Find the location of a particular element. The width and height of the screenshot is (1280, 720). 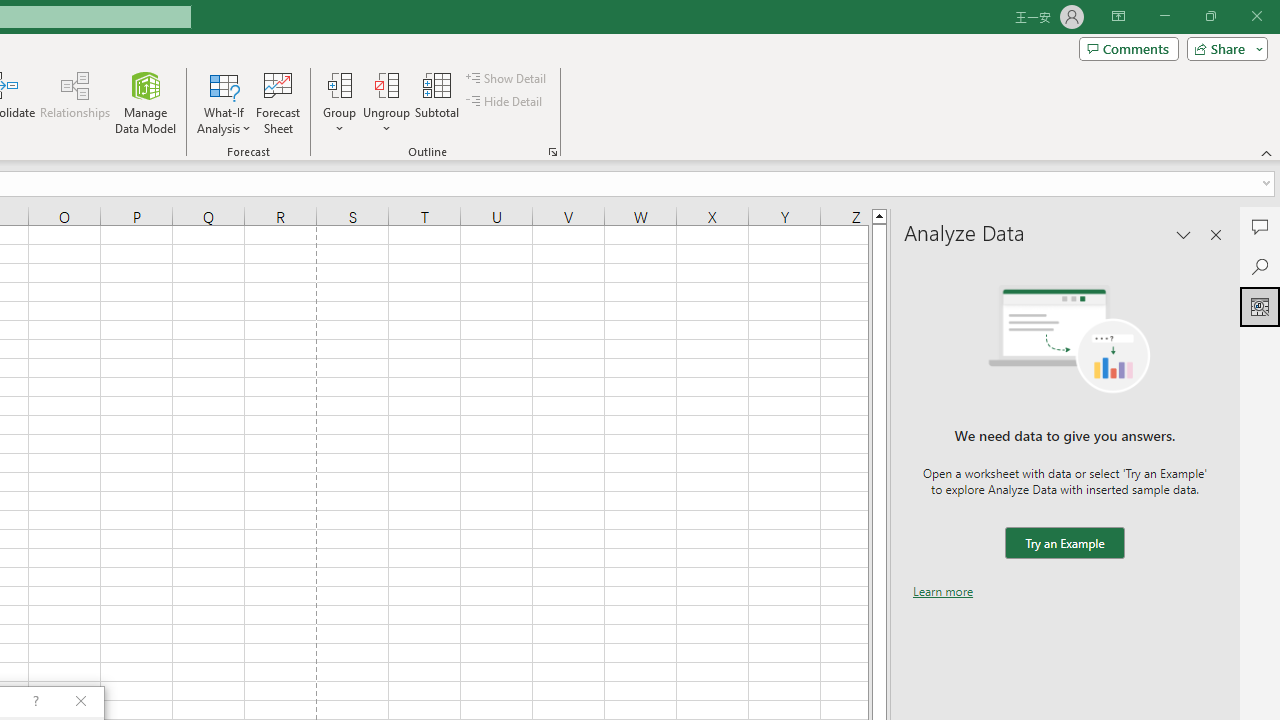

'What-If Analysis' is located at coordinates (224, 103).